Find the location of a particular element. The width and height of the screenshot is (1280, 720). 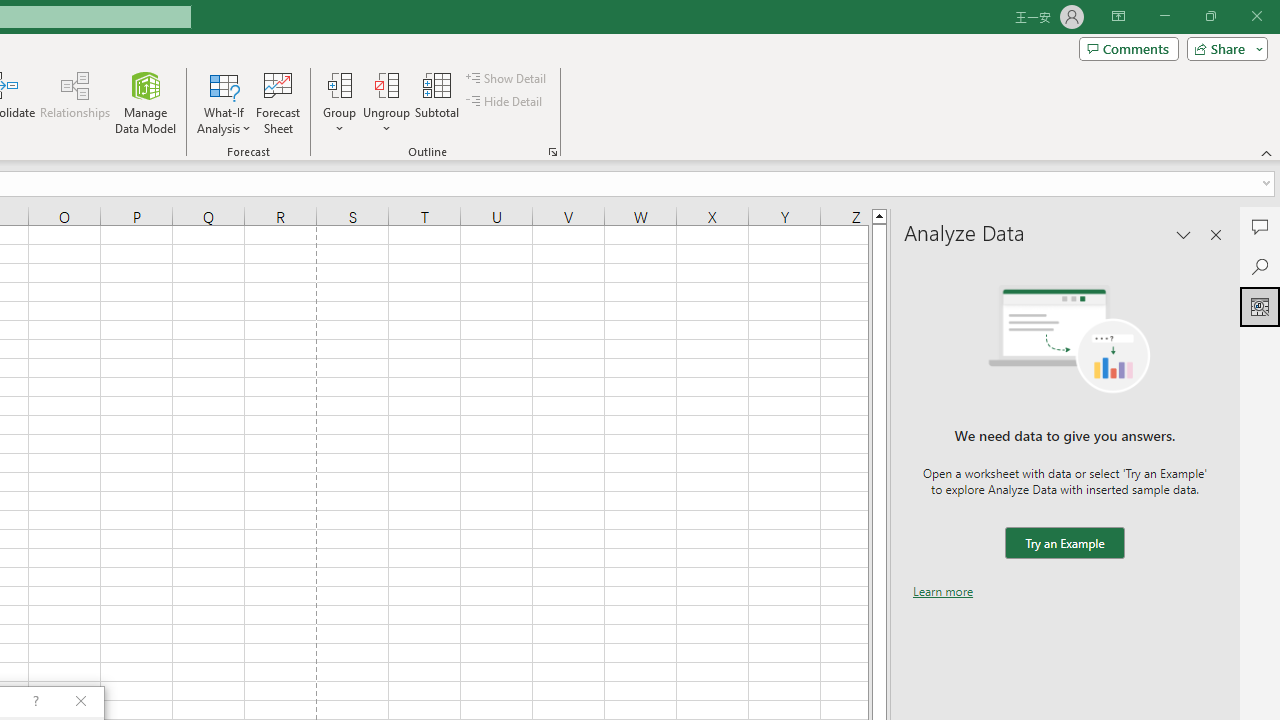

'What-If Analysis' is located at coordinates (224, 103).